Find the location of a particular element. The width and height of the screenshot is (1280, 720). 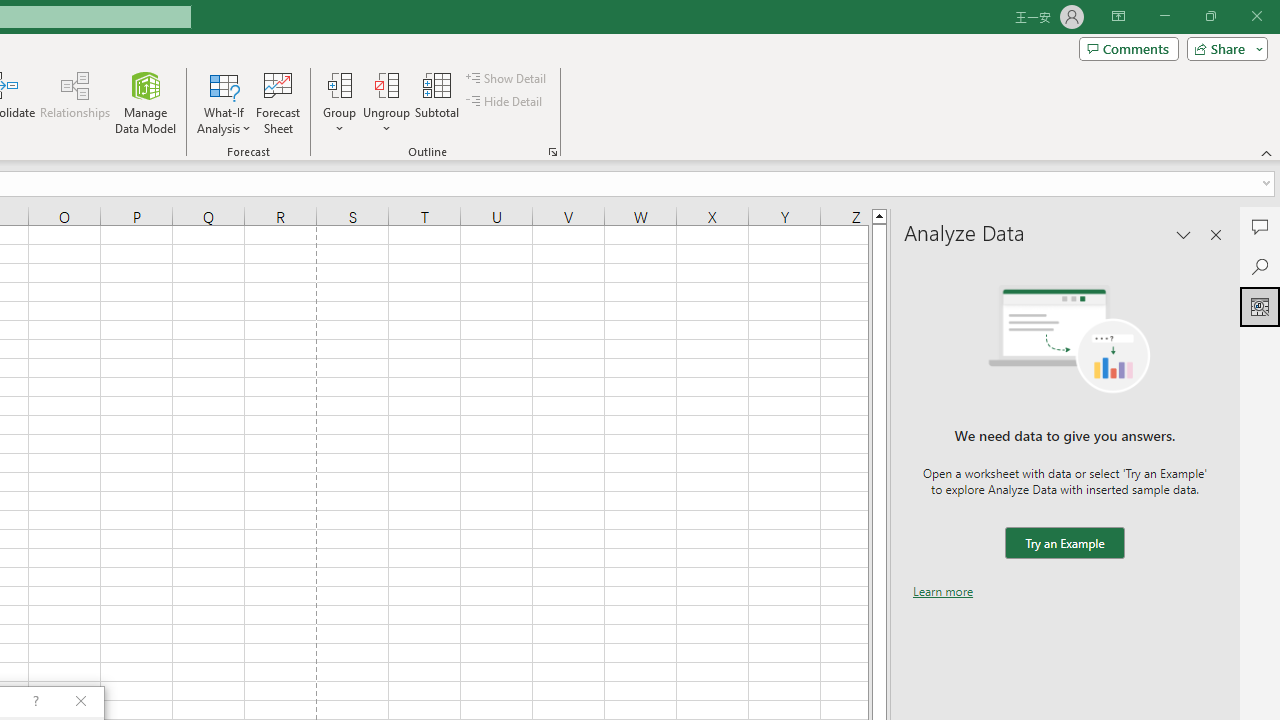

'What-If Analysis' is located at coordinates (224, 103).